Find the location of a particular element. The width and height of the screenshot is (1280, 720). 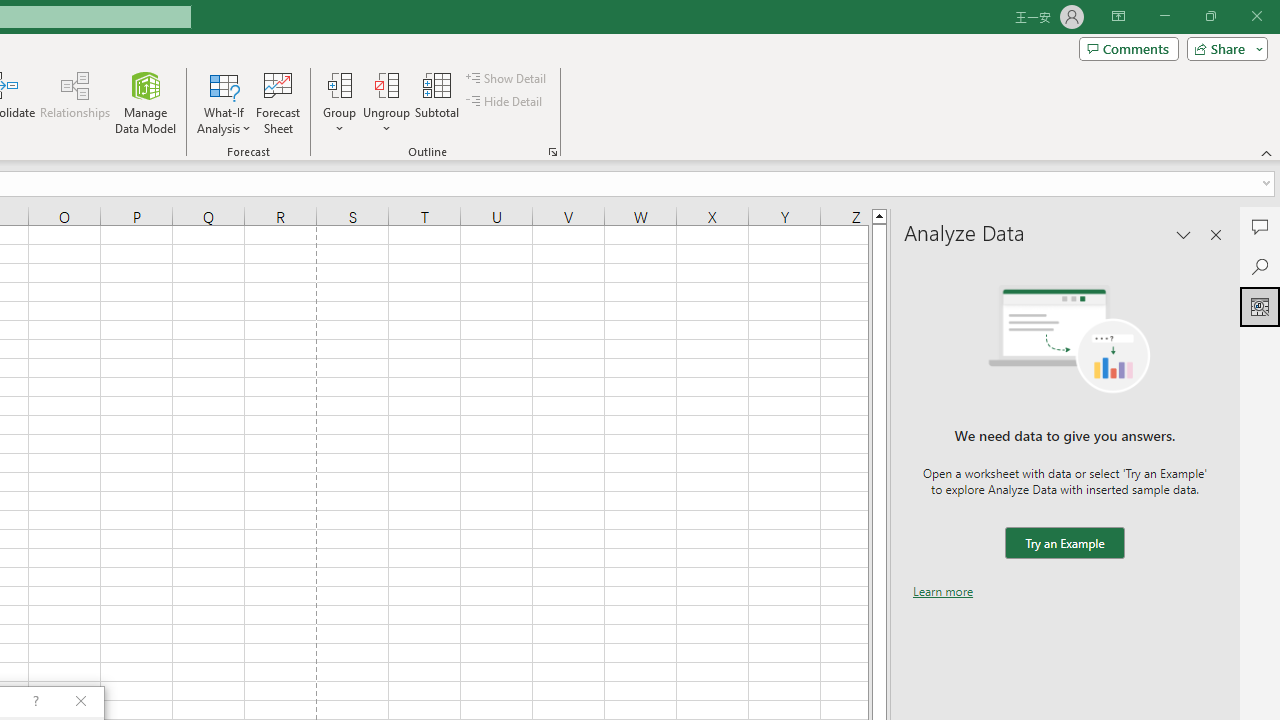

'What-If Analysis' is located at coordinates (224, 103).